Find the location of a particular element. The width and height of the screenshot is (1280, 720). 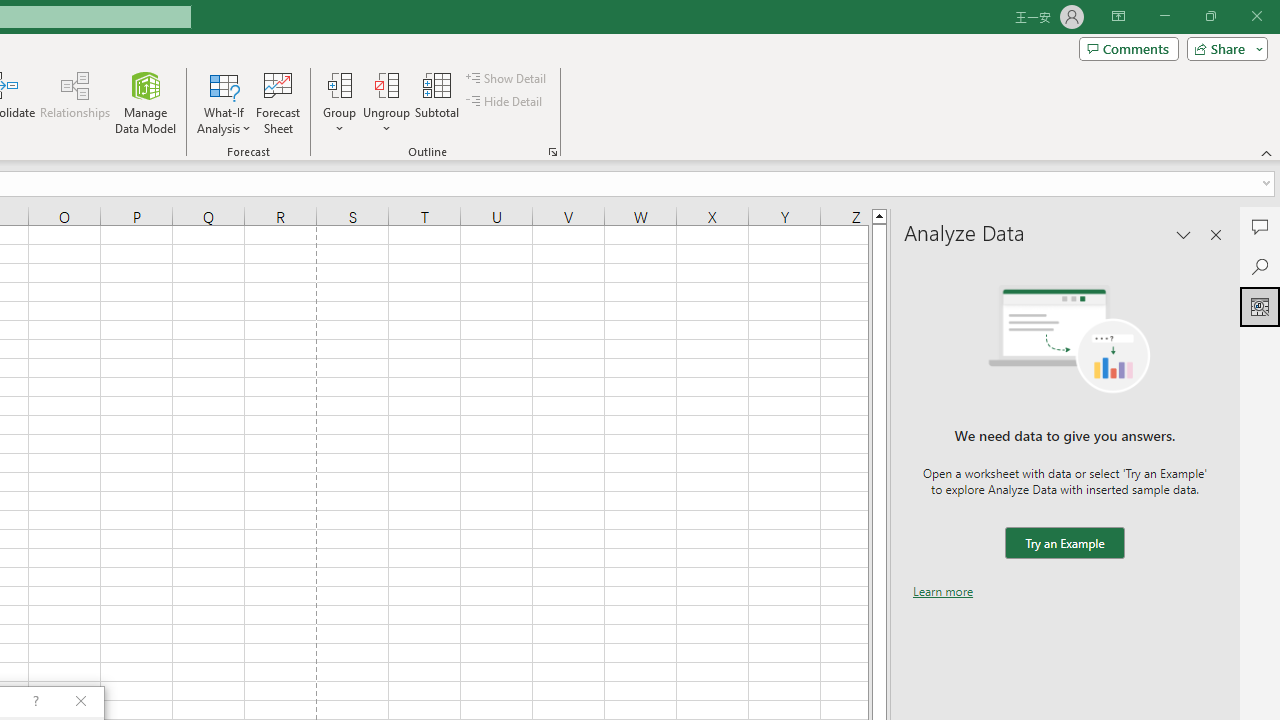

'What-If Analysis' is located at coordinates (224, 103).